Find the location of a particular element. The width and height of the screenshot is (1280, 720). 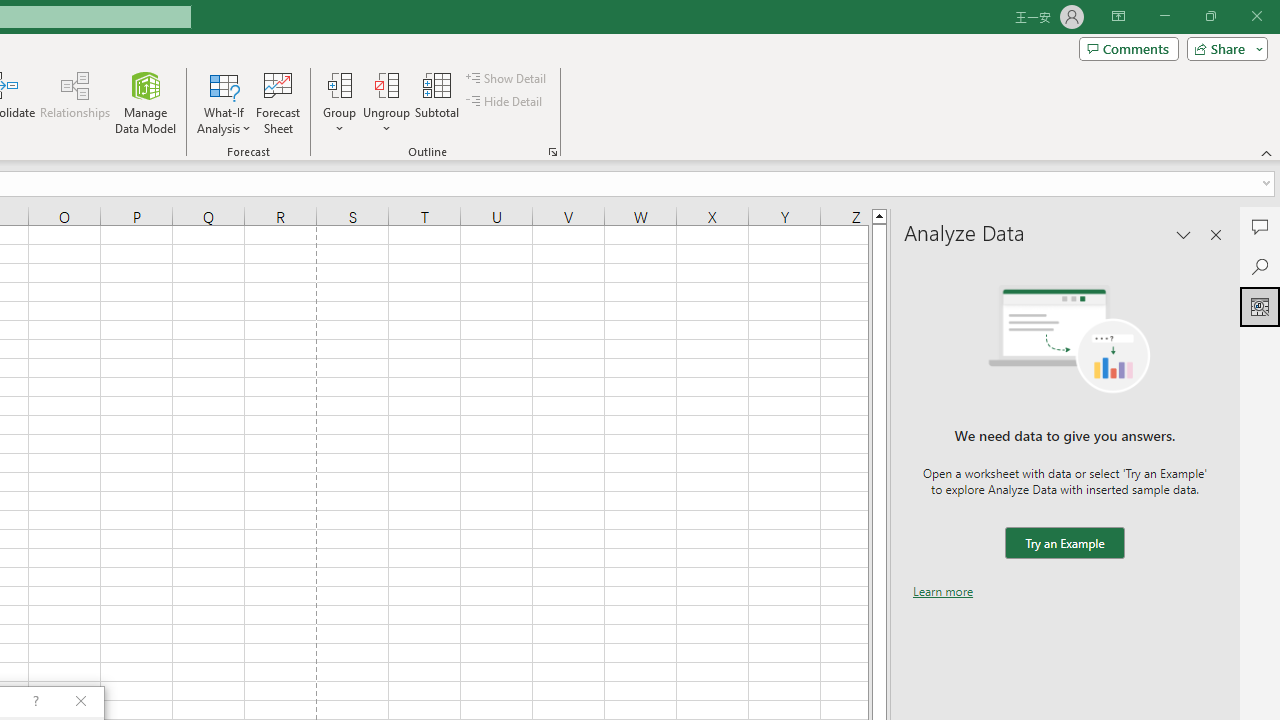

'What-If Analysis' is located at coordinates (224, 103).